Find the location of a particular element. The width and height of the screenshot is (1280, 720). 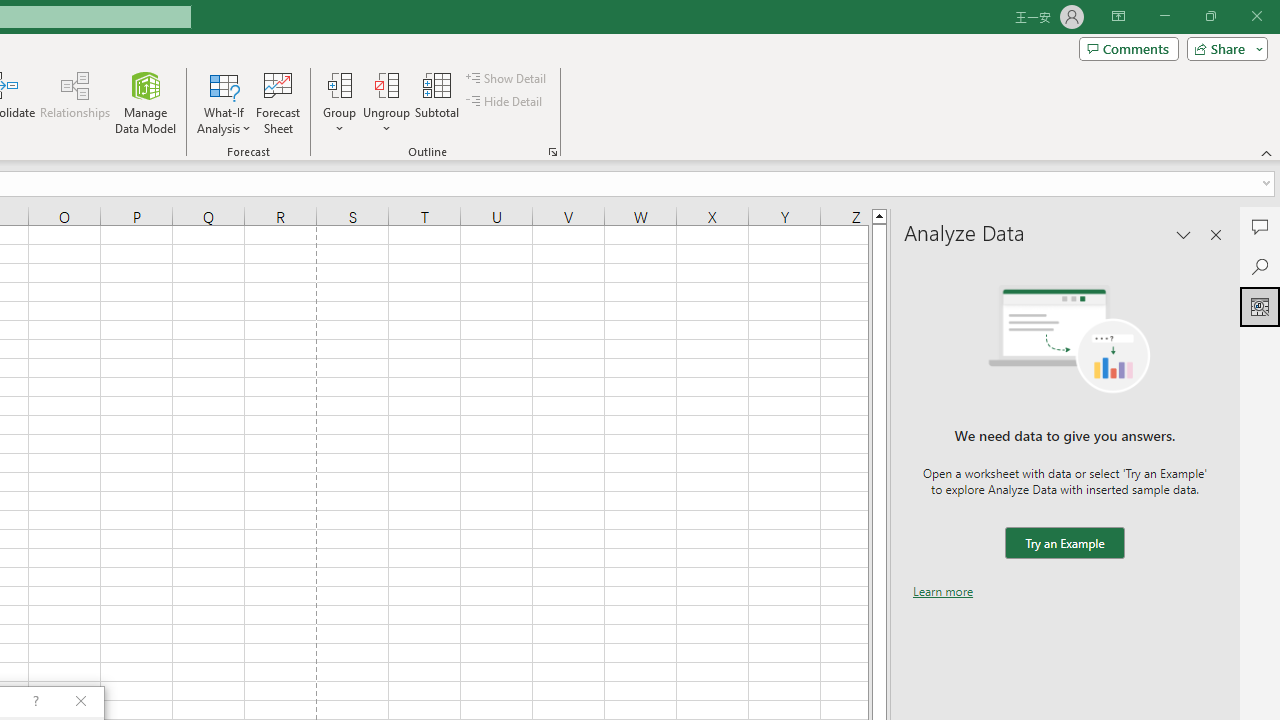

'What-If Analysis' is located at coordinates (224, 103).